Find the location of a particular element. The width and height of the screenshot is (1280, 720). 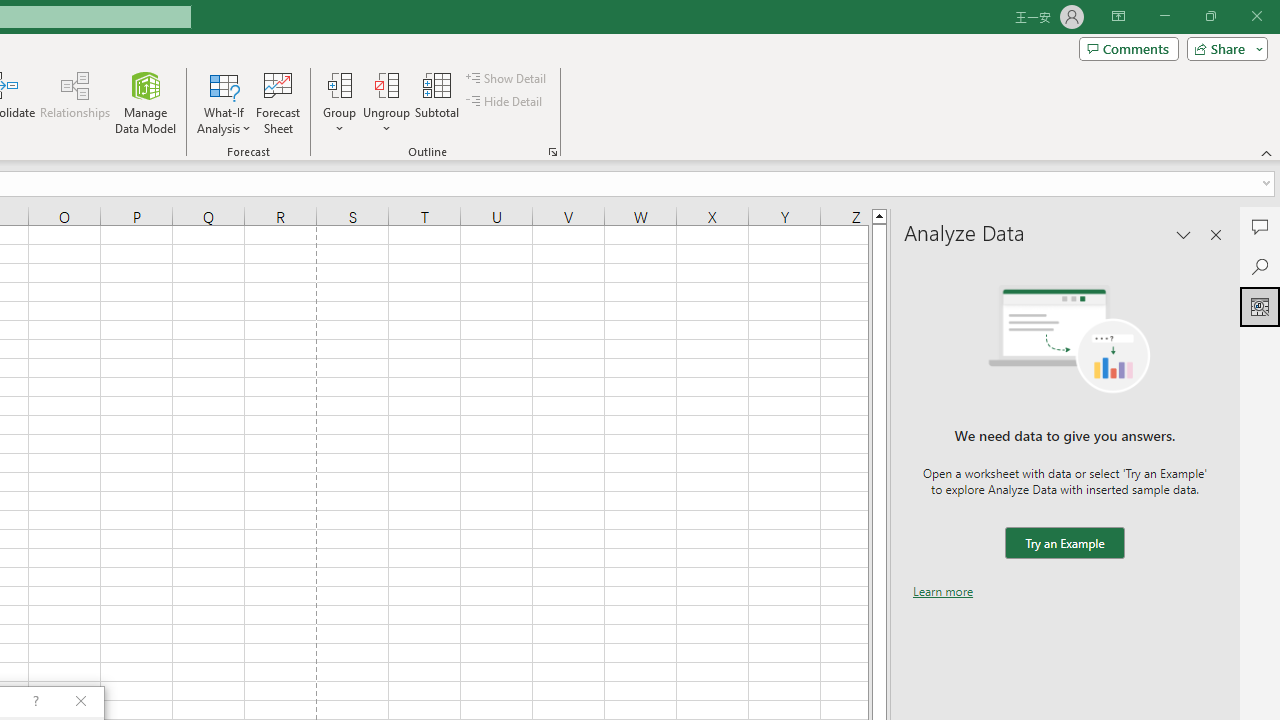

'What-If Analysis' is located at coordinates (224, 103).